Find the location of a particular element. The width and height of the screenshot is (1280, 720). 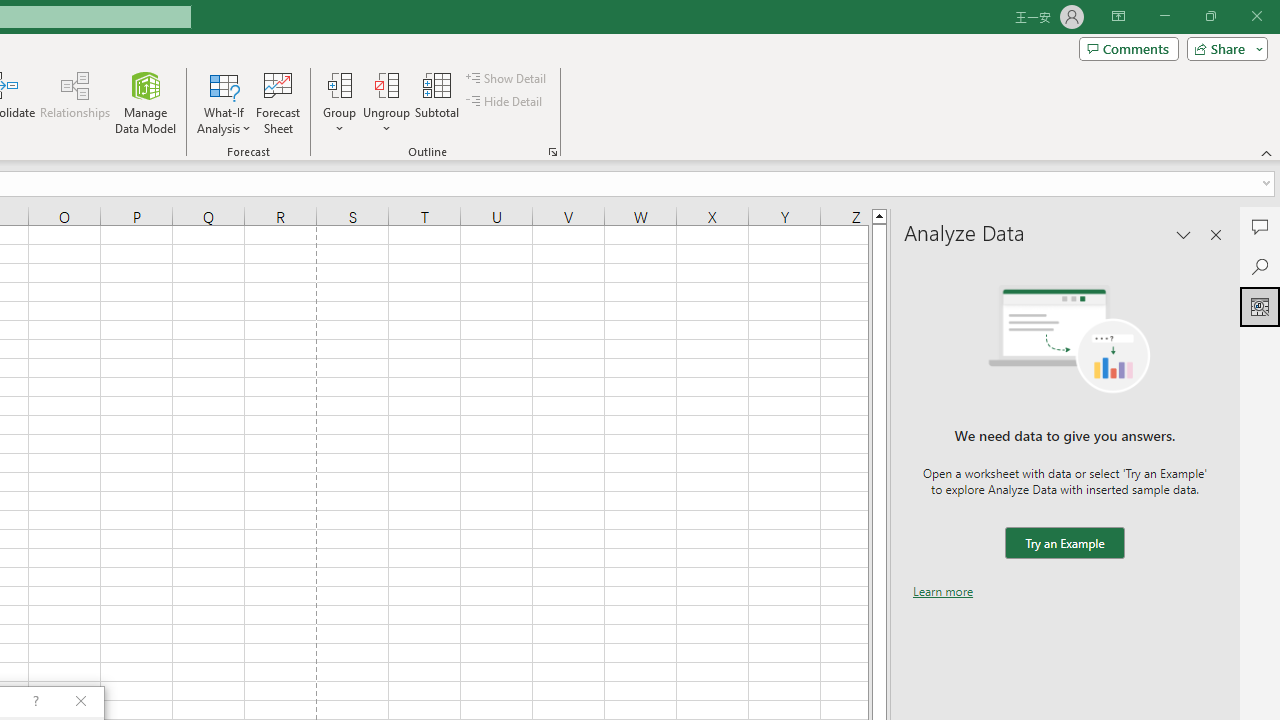

'What-If Analysis' is located at coordinates (224, 103).